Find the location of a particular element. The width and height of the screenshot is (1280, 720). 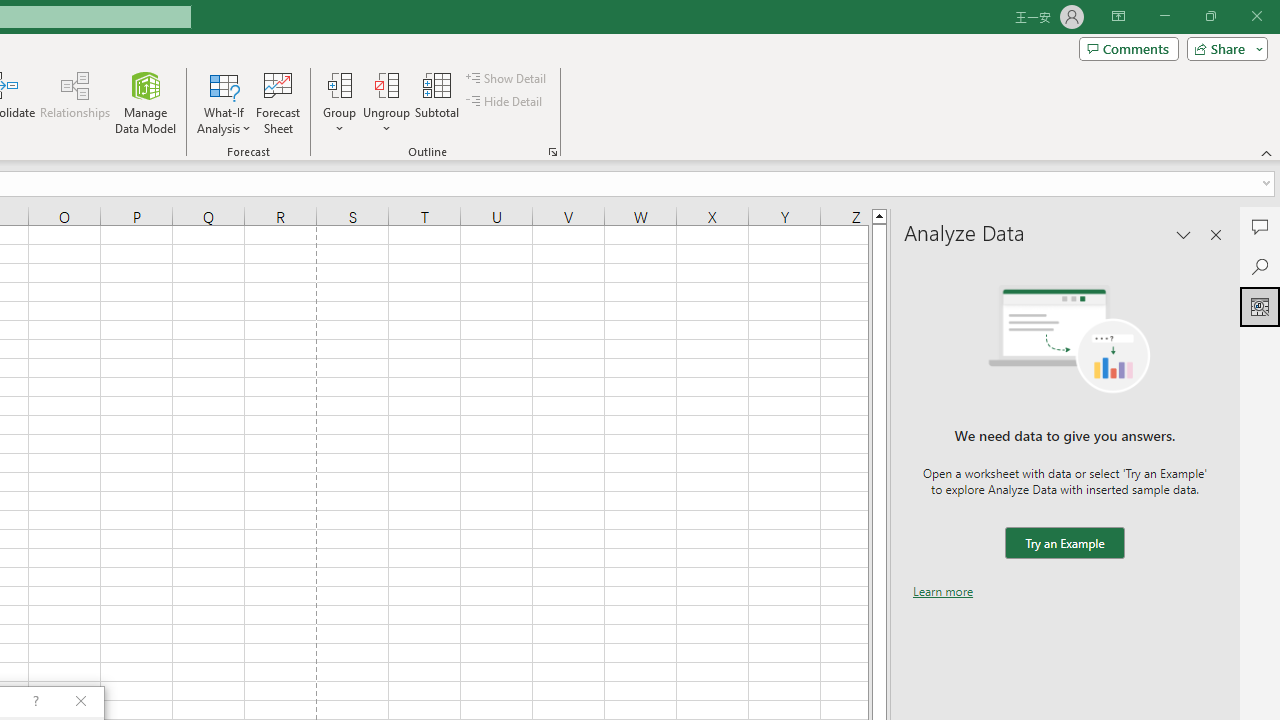

'What-If Analysis' is located at coordinates (224, 103).